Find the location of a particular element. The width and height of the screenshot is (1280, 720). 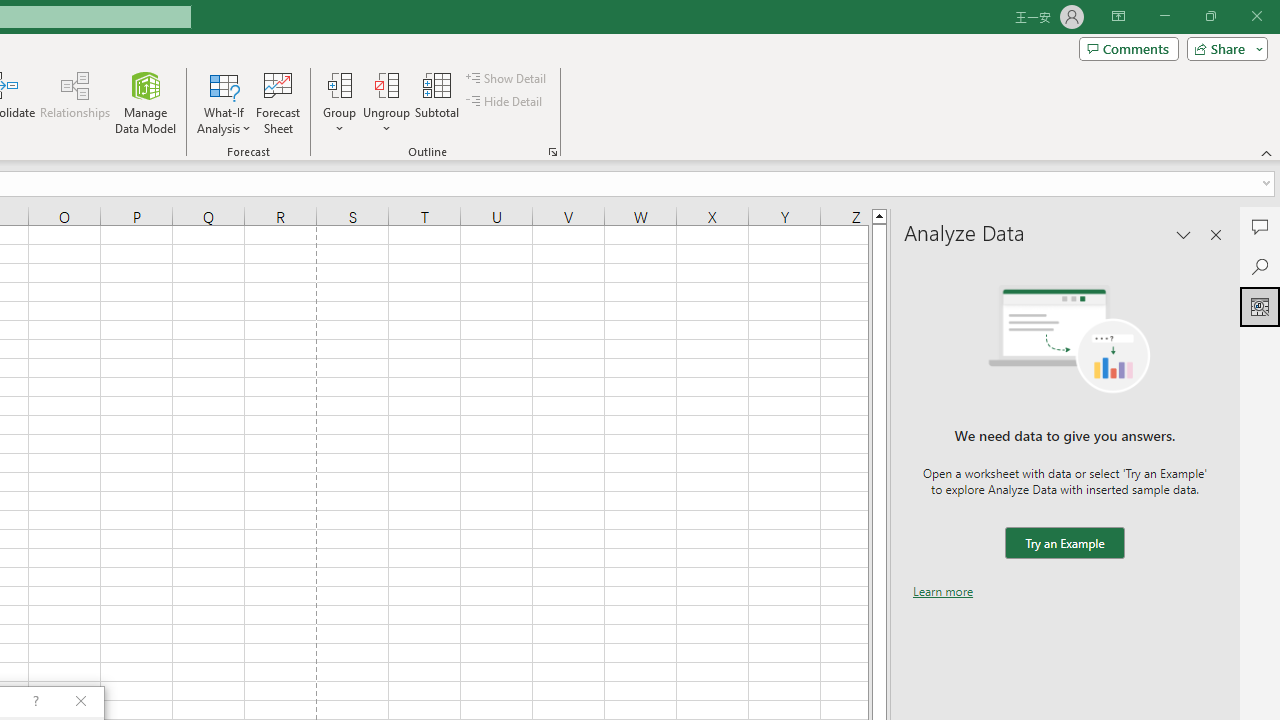

'What-If Analysis' is located at coordinates (224, 103).